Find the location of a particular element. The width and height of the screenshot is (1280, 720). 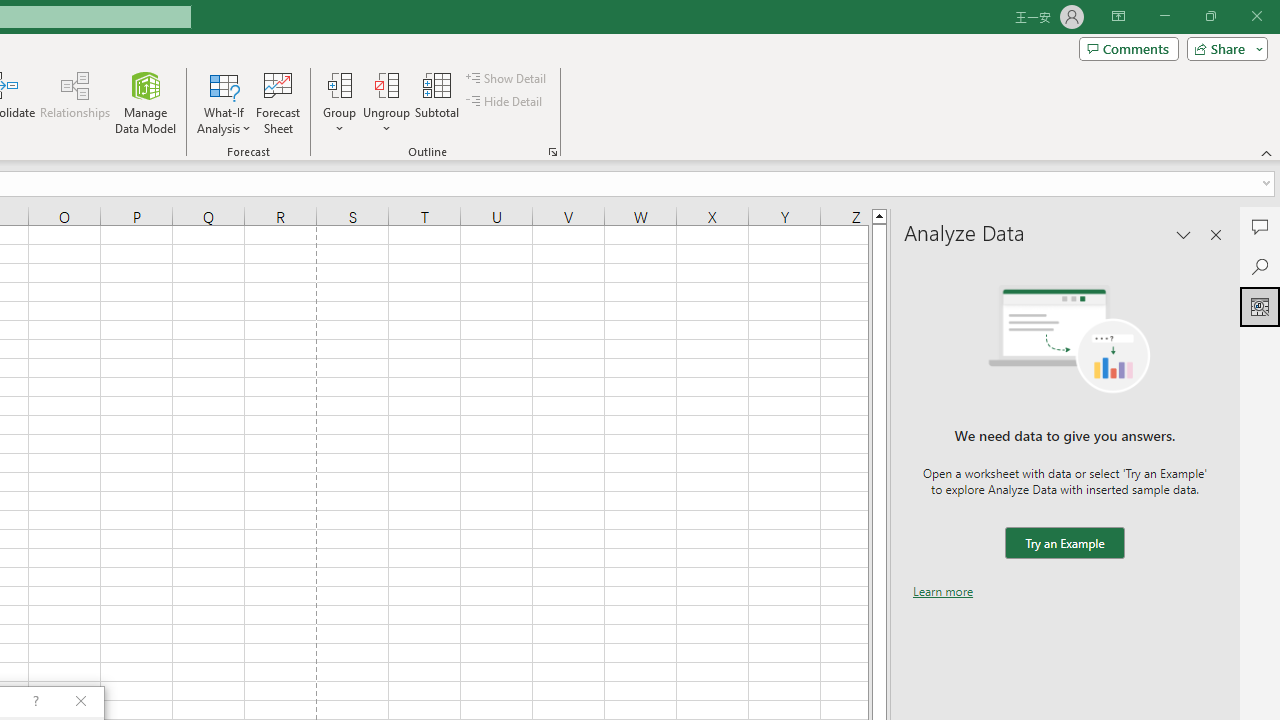

'What-If Analysis' is located at coordinates (224, 103).